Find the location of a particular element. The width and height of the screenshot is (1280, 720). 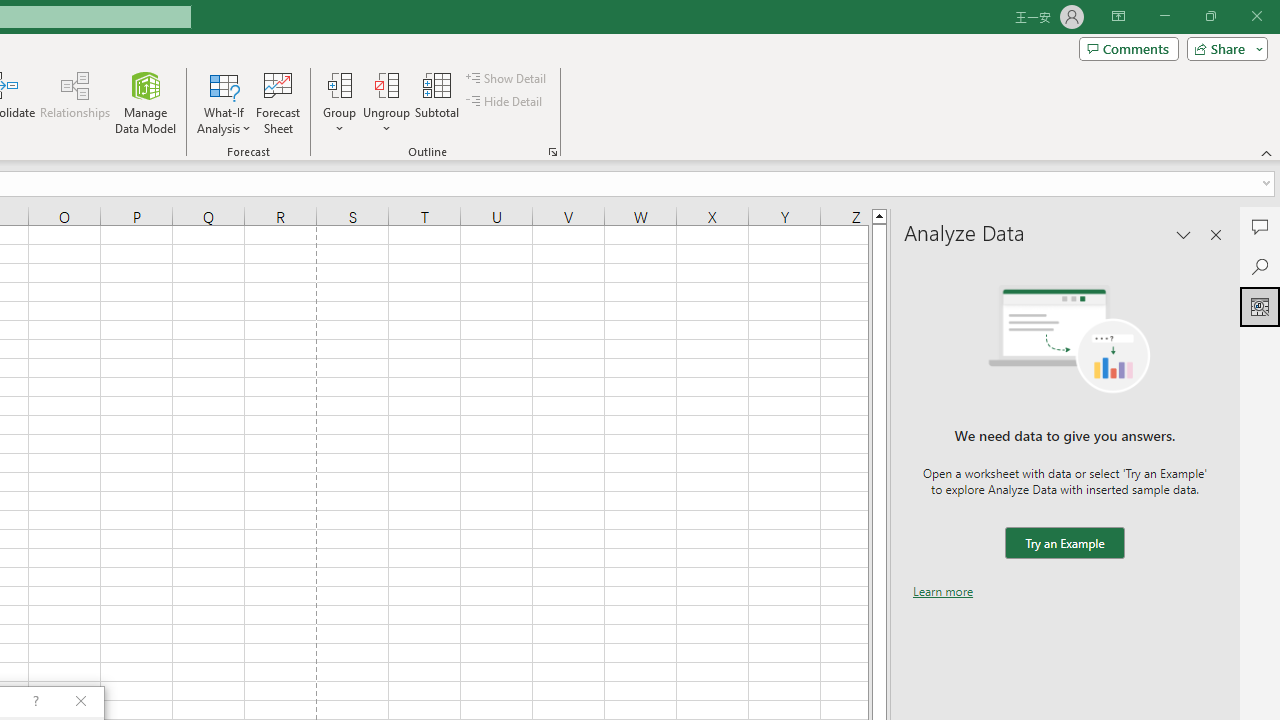

'What-If Analysis' is located at coordinates (224, 103).